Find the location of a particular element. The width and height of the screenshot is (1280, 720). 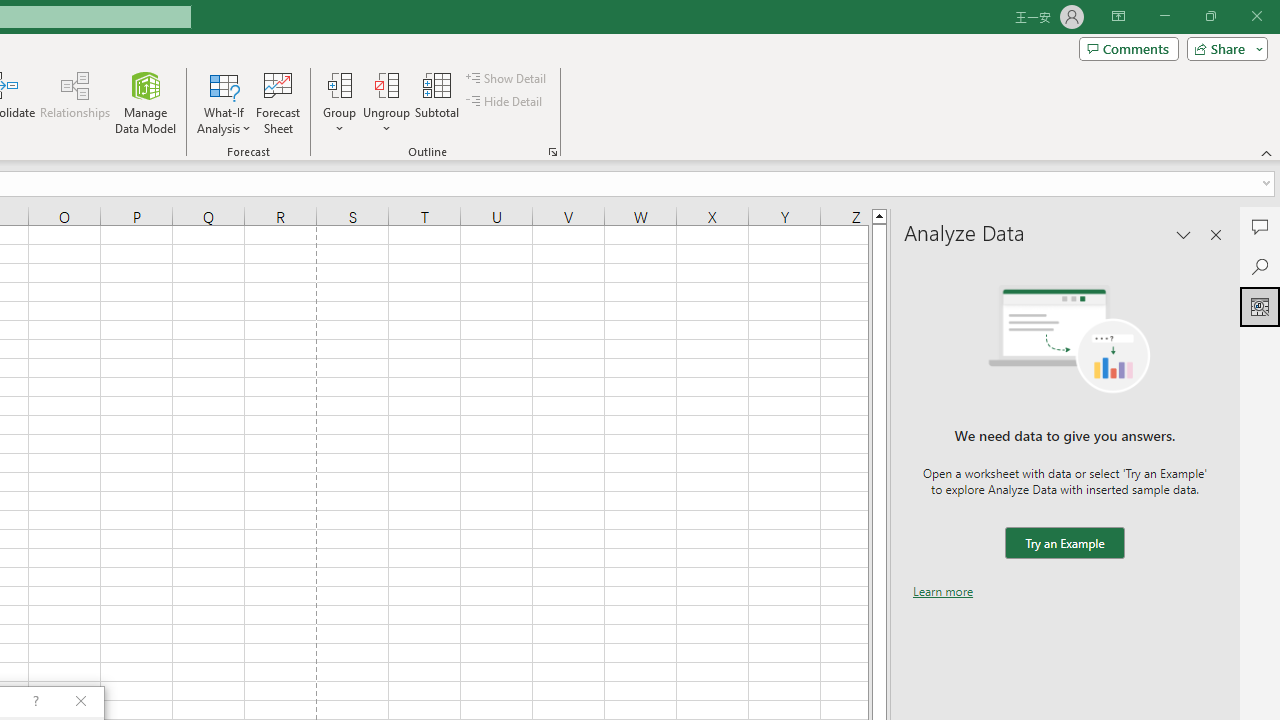

'What-If Analysis' is located at coordinates (224, 103).